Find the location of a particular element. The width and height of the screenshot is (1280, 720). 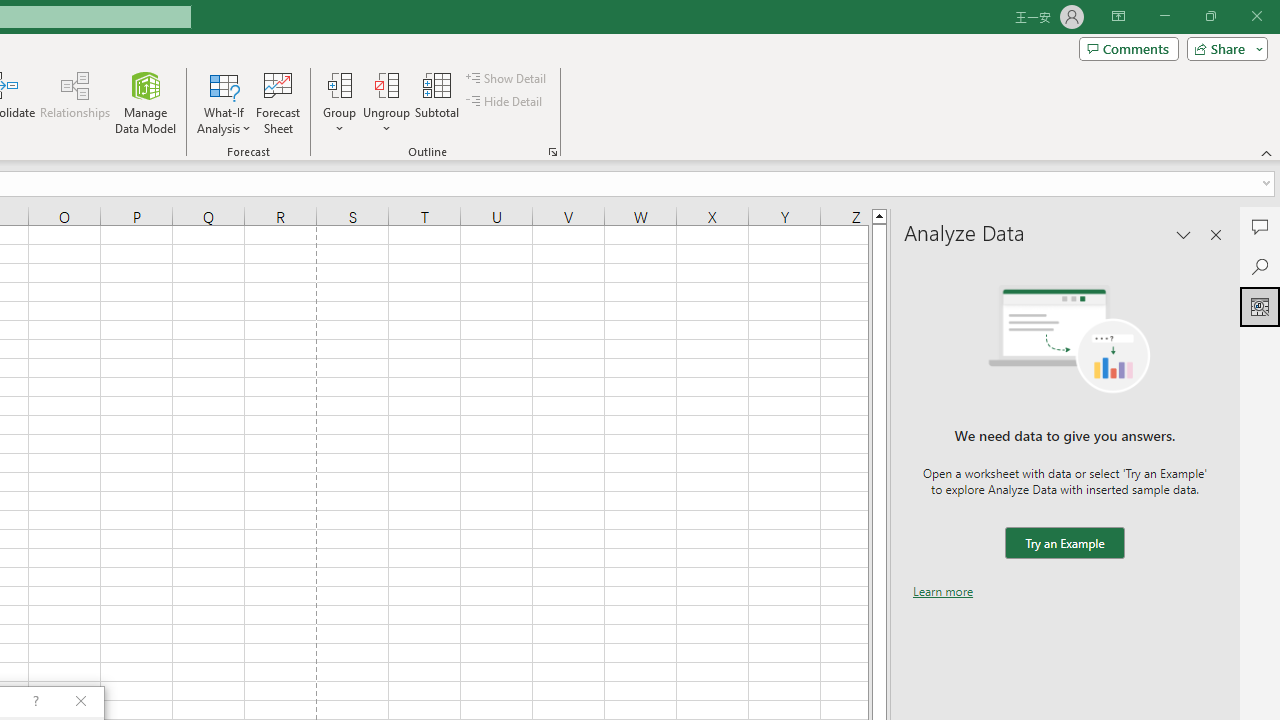

'What-If Analysis' is located at coordinates (224, 103).